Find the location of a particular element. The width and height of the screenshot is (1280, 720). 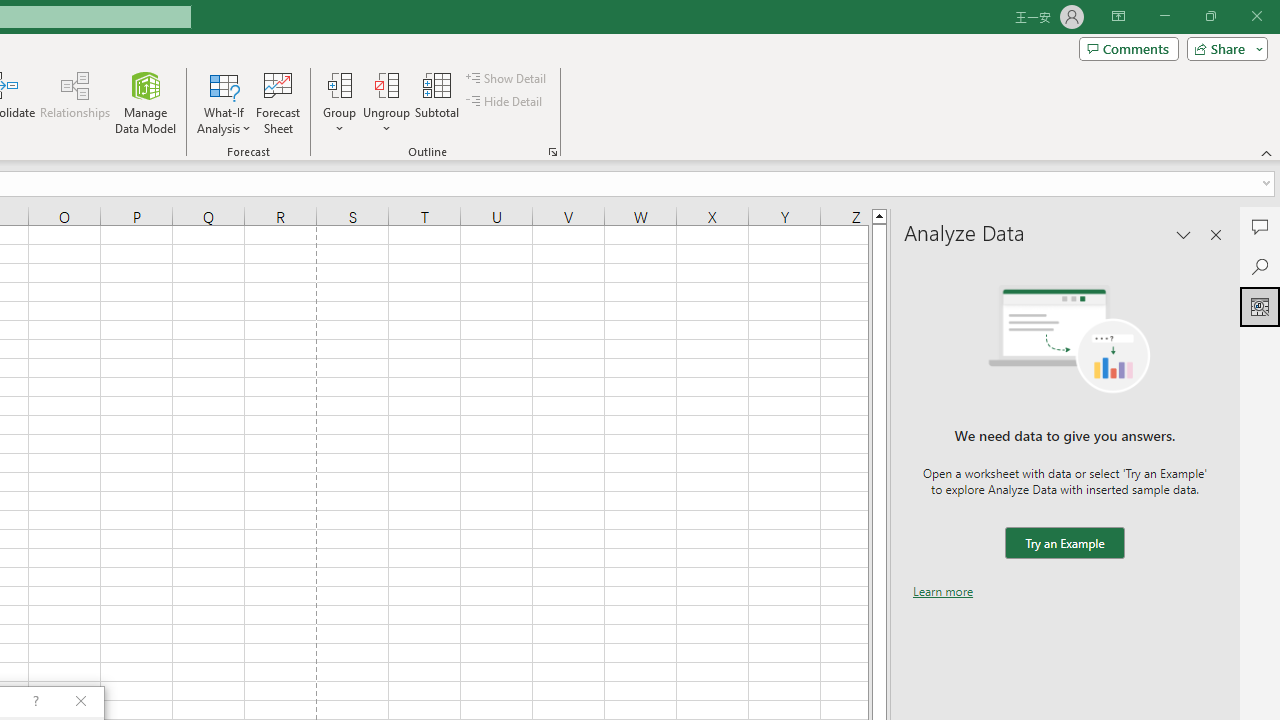

'What-If Analysis' is located at coordinates (224, 103).